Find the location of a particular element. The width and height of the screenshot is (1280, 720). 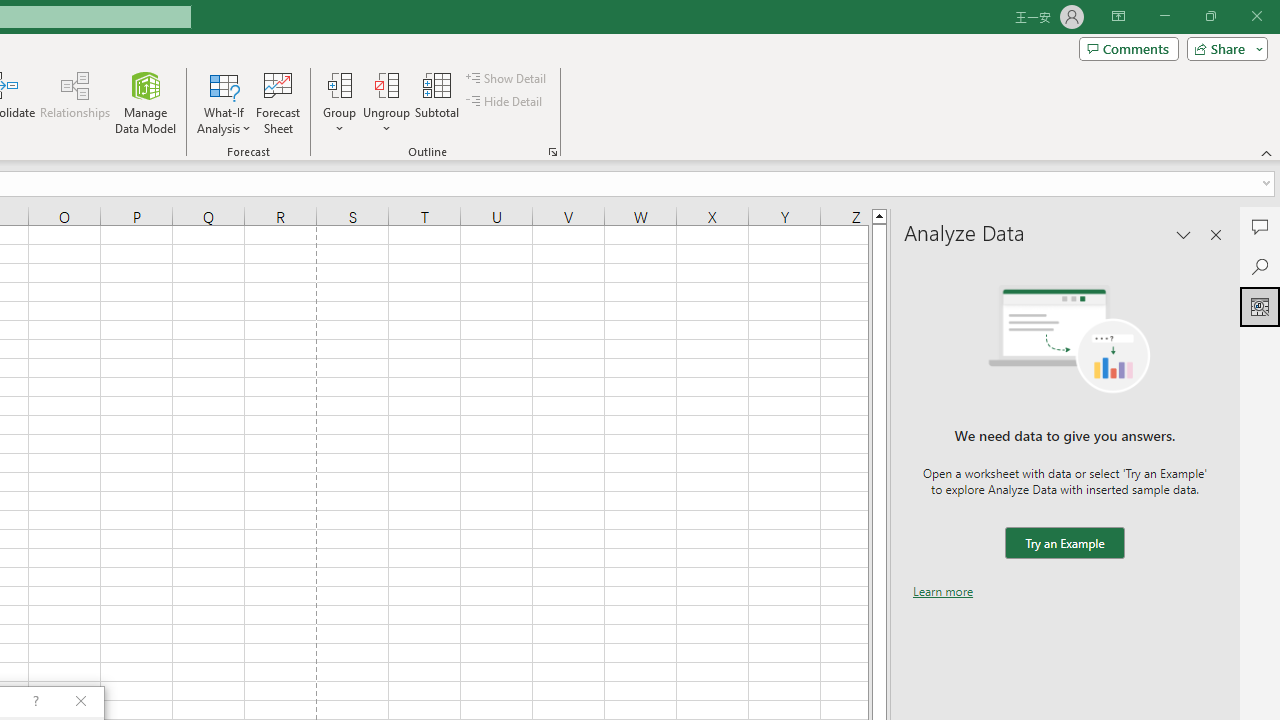

'What-If Analysis' is located at coordinates (224, 103).